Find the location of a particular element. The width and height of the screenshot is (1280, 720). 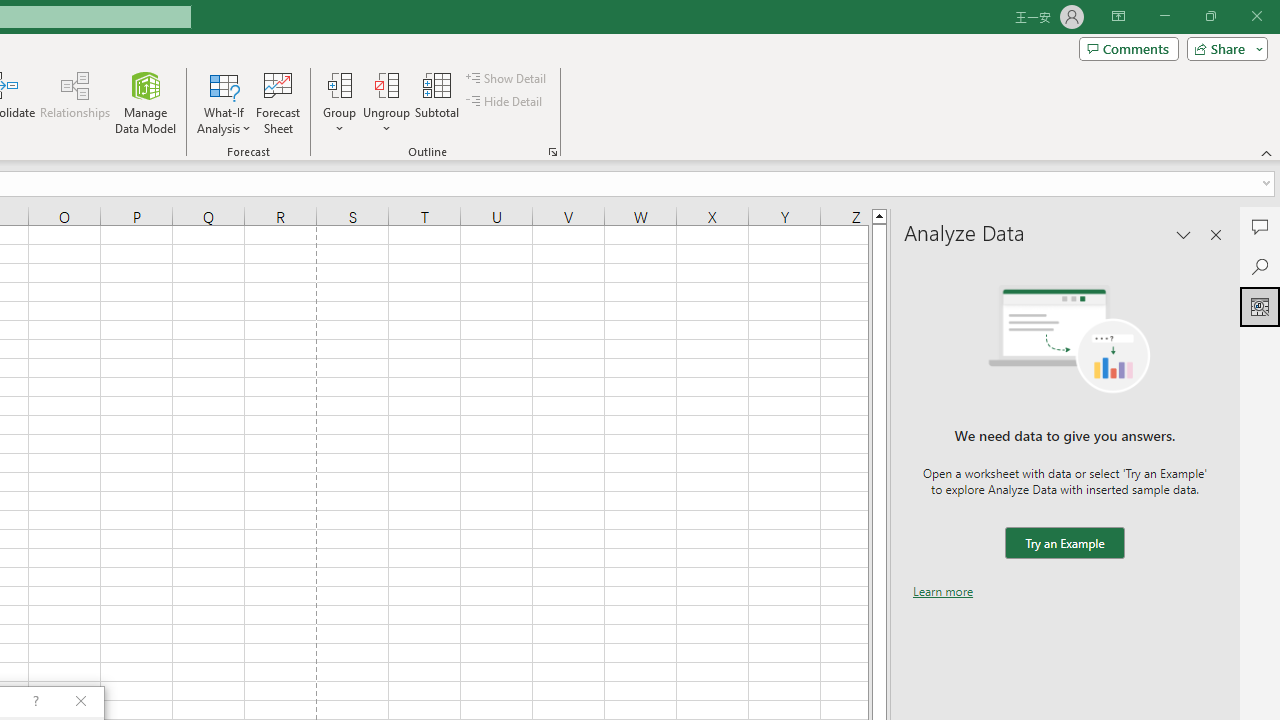

'What-If Analysis' is located at coordinates (224, 103).